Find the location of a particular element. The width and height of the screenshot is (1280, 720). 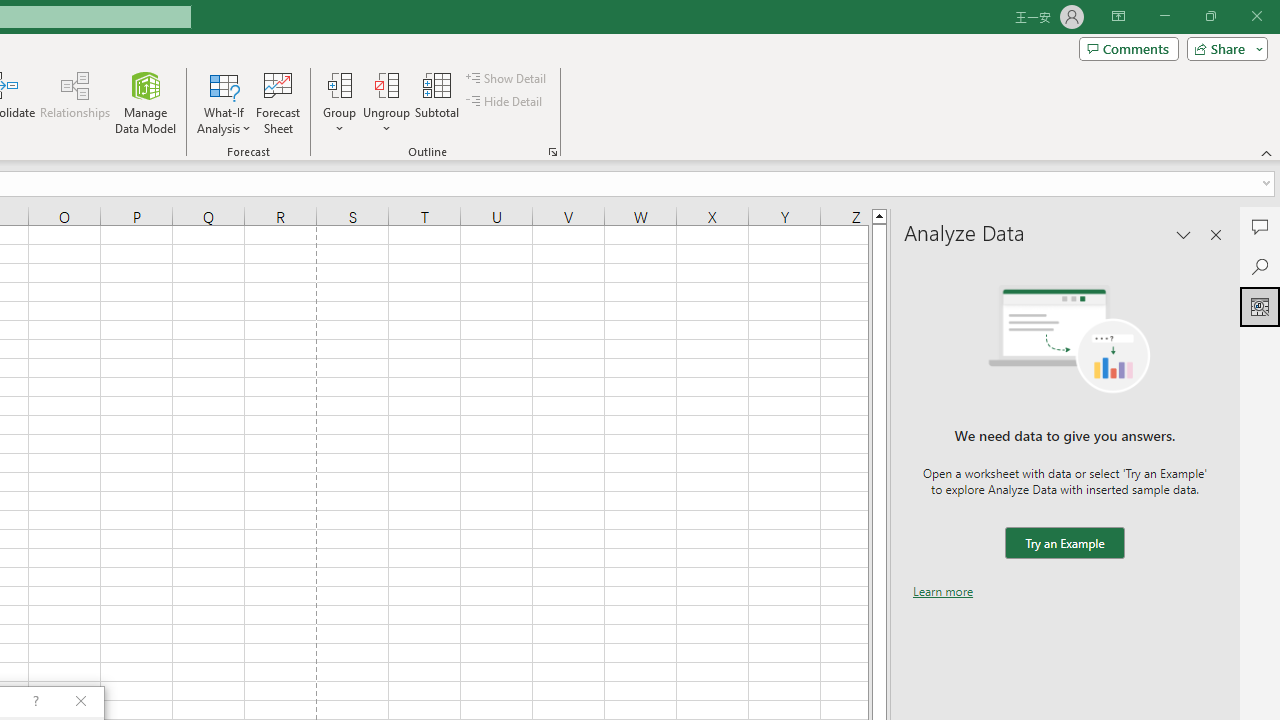

'What-If Analysis' is located at coordinates (224, 103).